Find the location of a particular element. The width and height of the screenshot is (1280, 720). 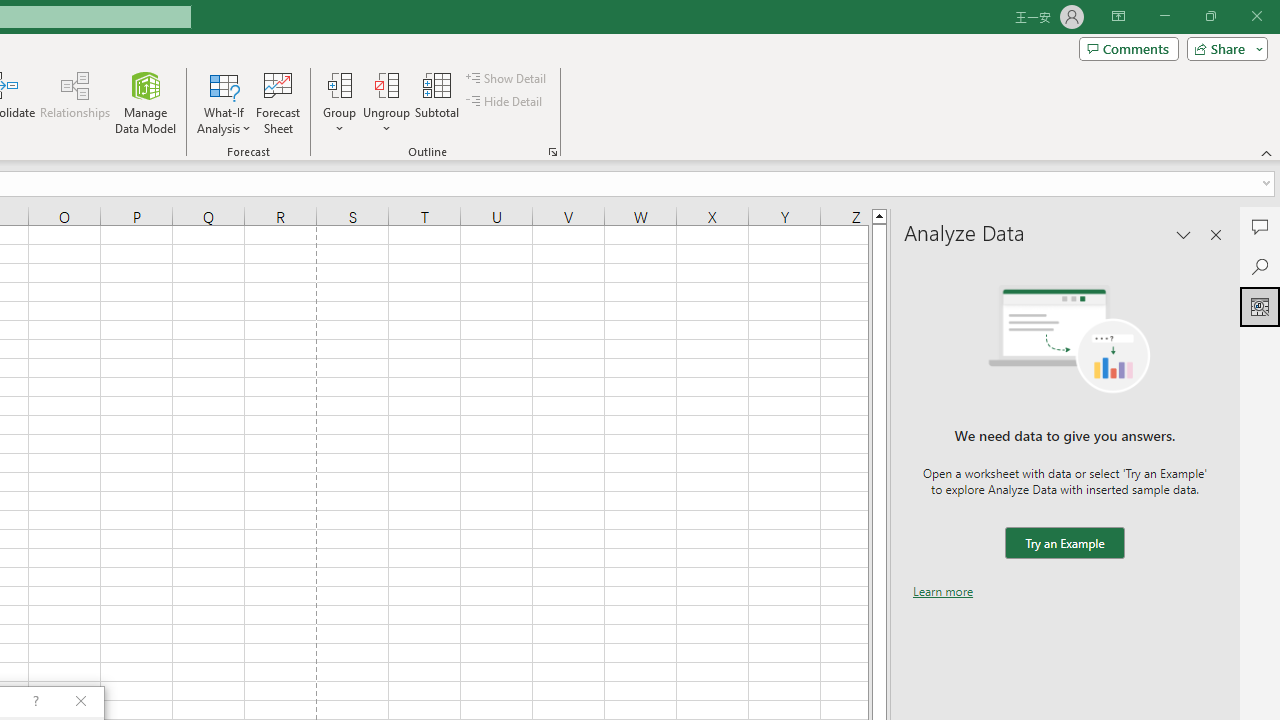

'What-If Analysis' is located at coordinates (224, 103).